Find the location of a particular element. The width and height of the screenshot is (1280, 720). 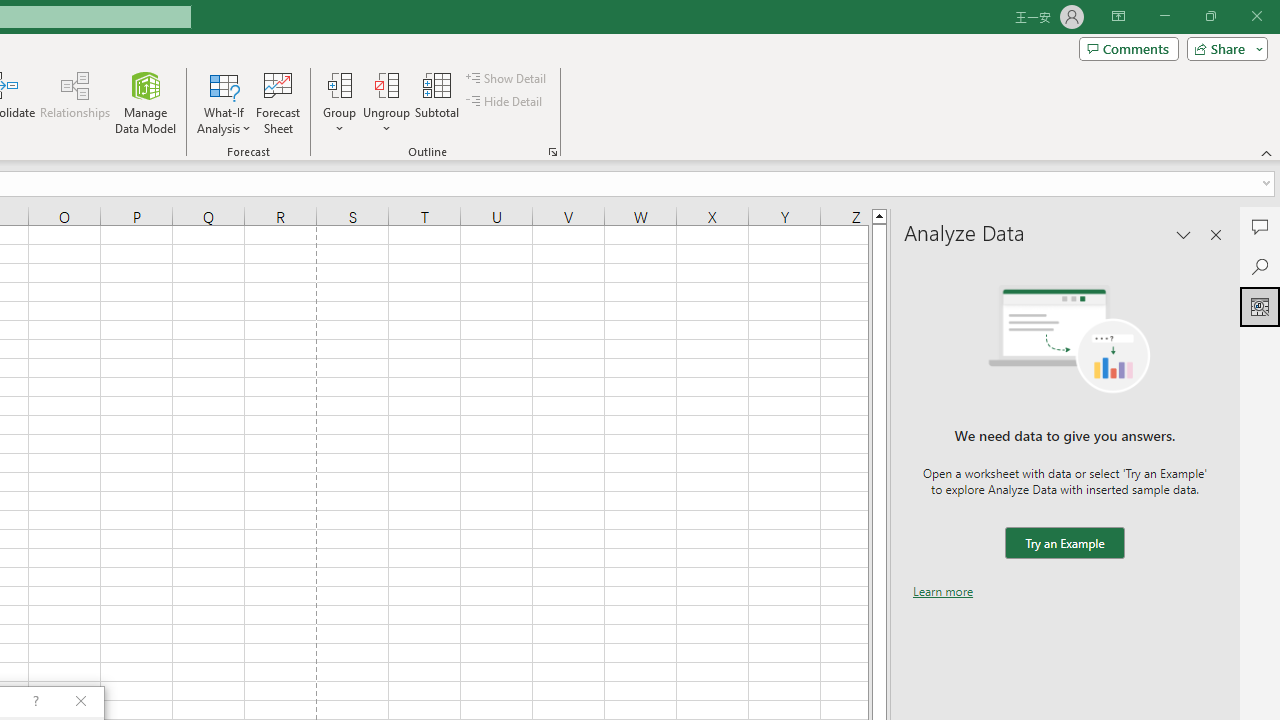

'What-If Analysis' is located at coordinates (224, 103).